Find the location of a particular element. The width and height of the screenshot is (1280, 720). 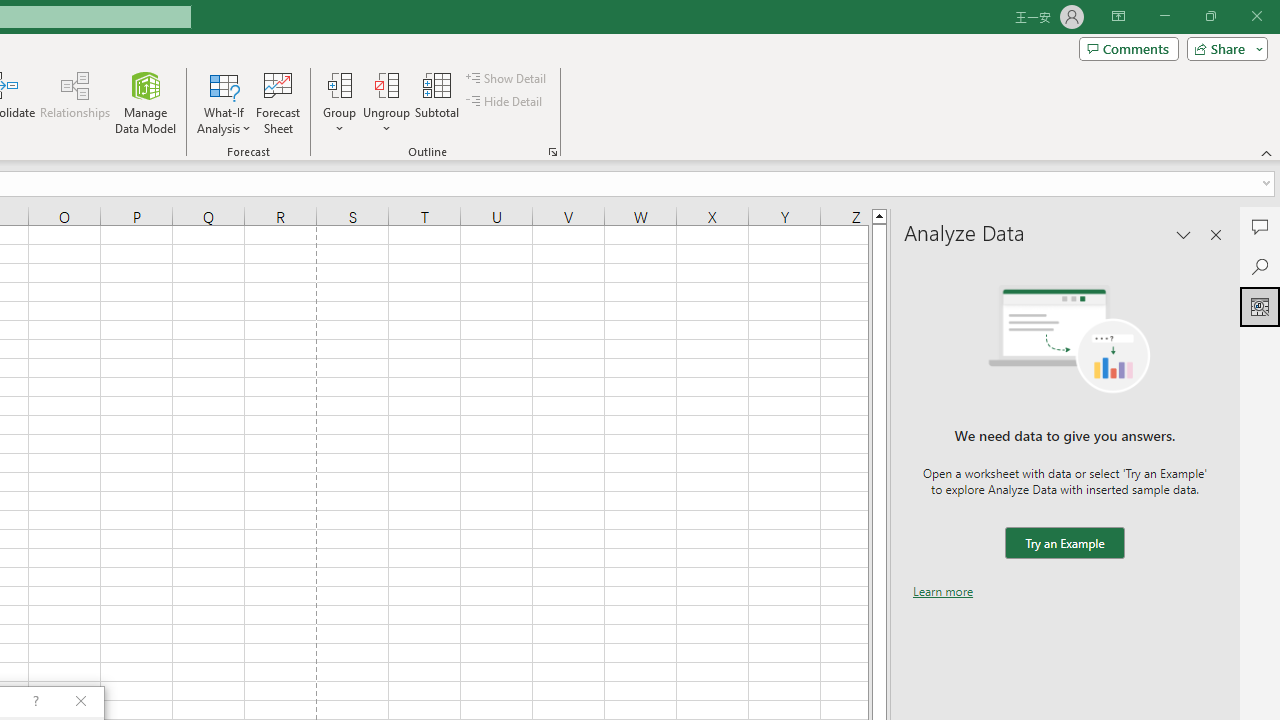

'What-If Analysis' is located at coordinates (224, 103).